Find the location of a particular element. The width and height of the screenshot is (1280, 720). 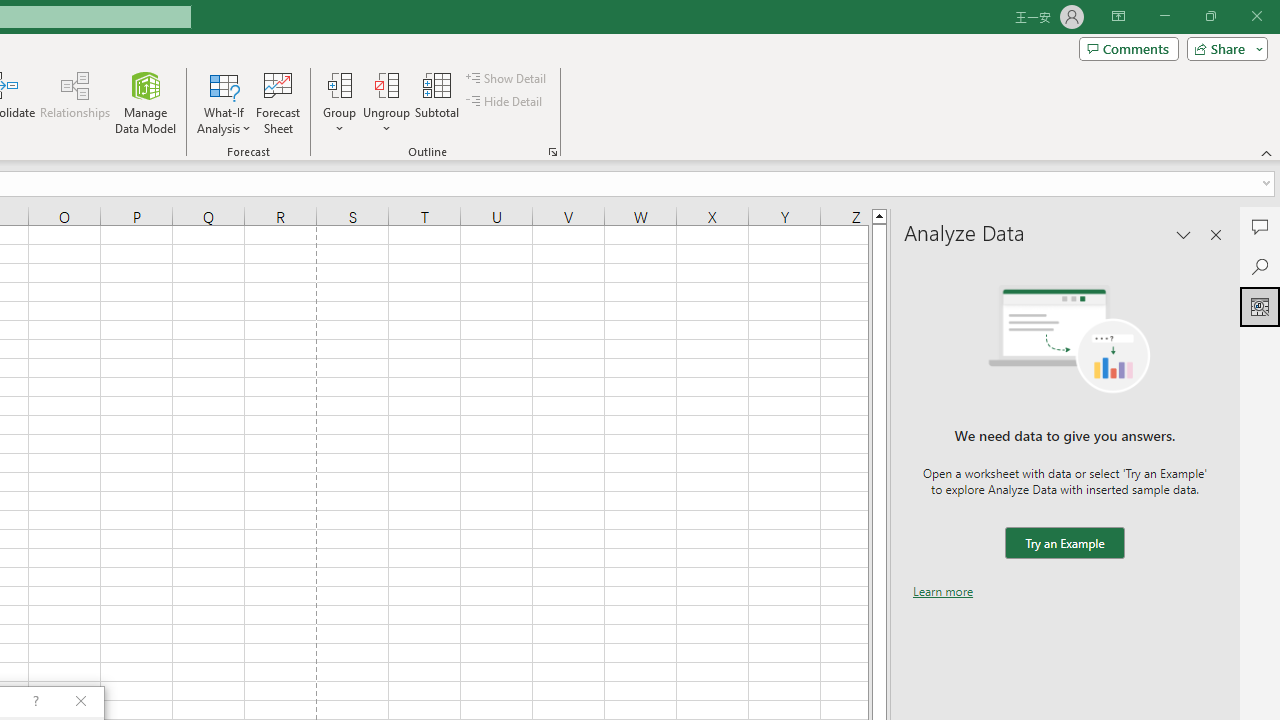

'What-If Analysis' is located at coordinates (224, 103).